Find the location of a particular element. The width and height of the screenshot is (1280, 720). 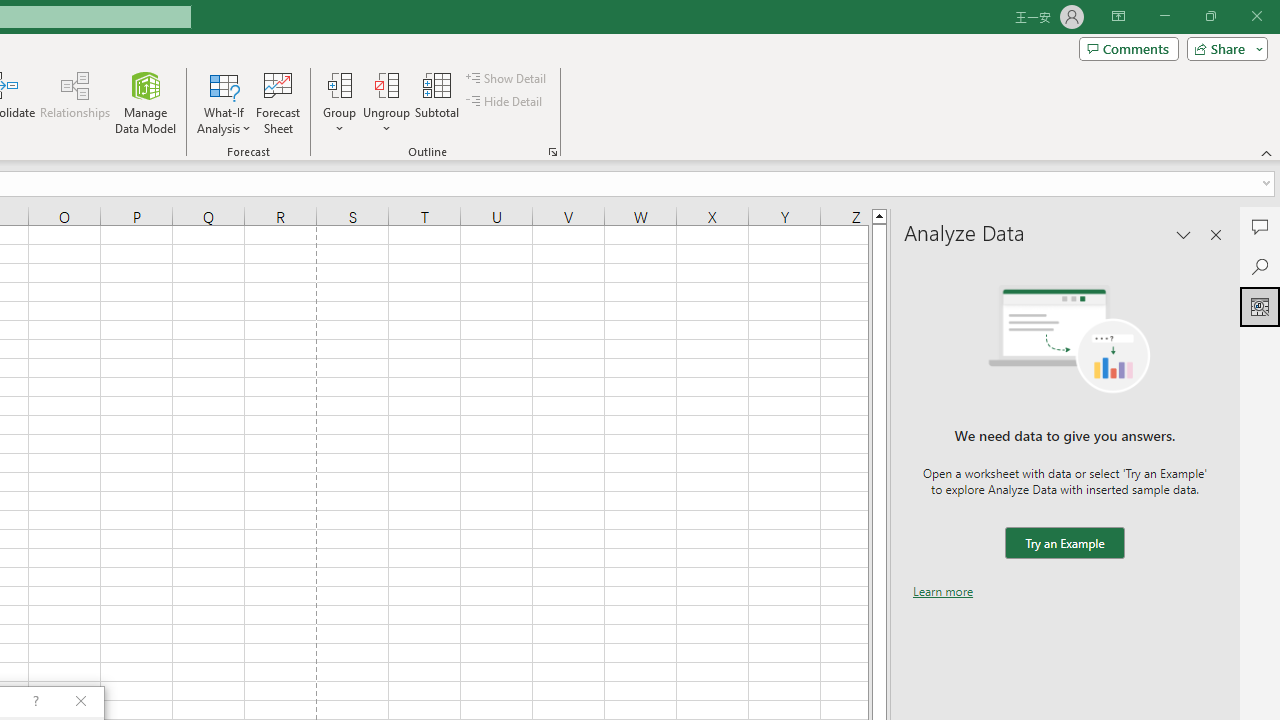

'What-If Analysis' is located at coordinates (224, 103).